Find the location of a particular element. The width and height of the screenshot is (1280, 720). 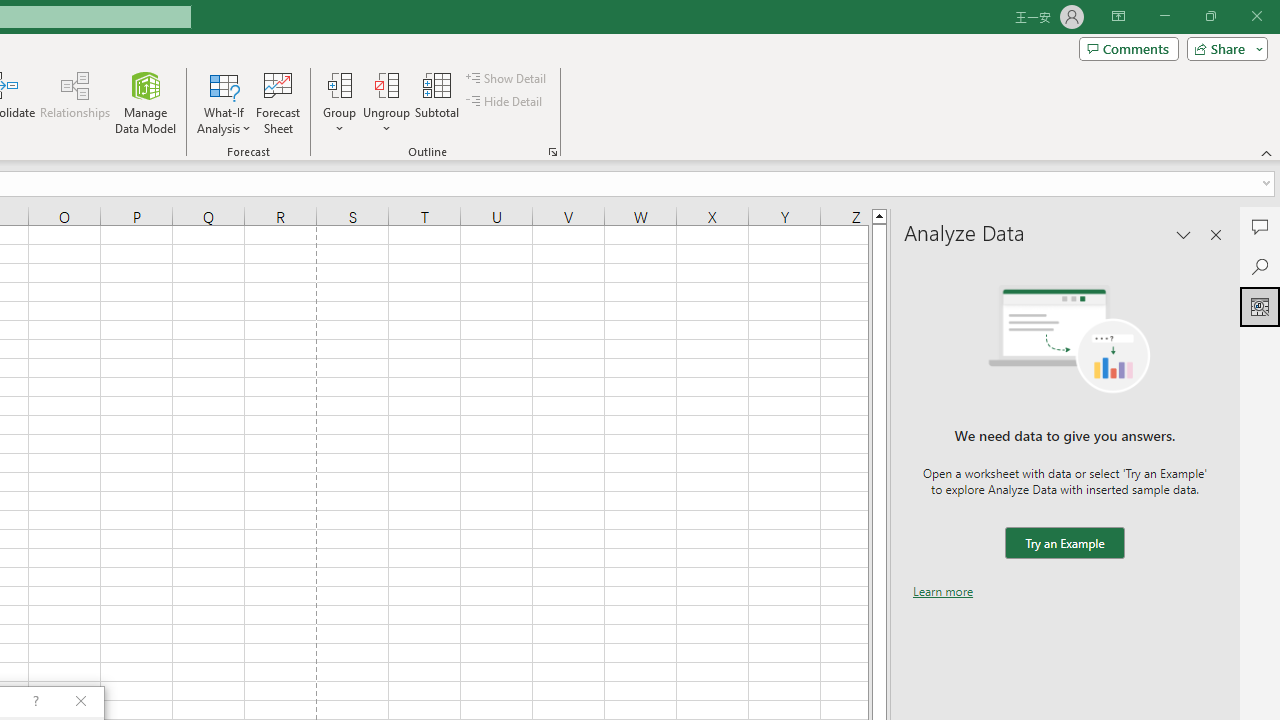

'What-If Analysis' is located at coordinates (224, 103).